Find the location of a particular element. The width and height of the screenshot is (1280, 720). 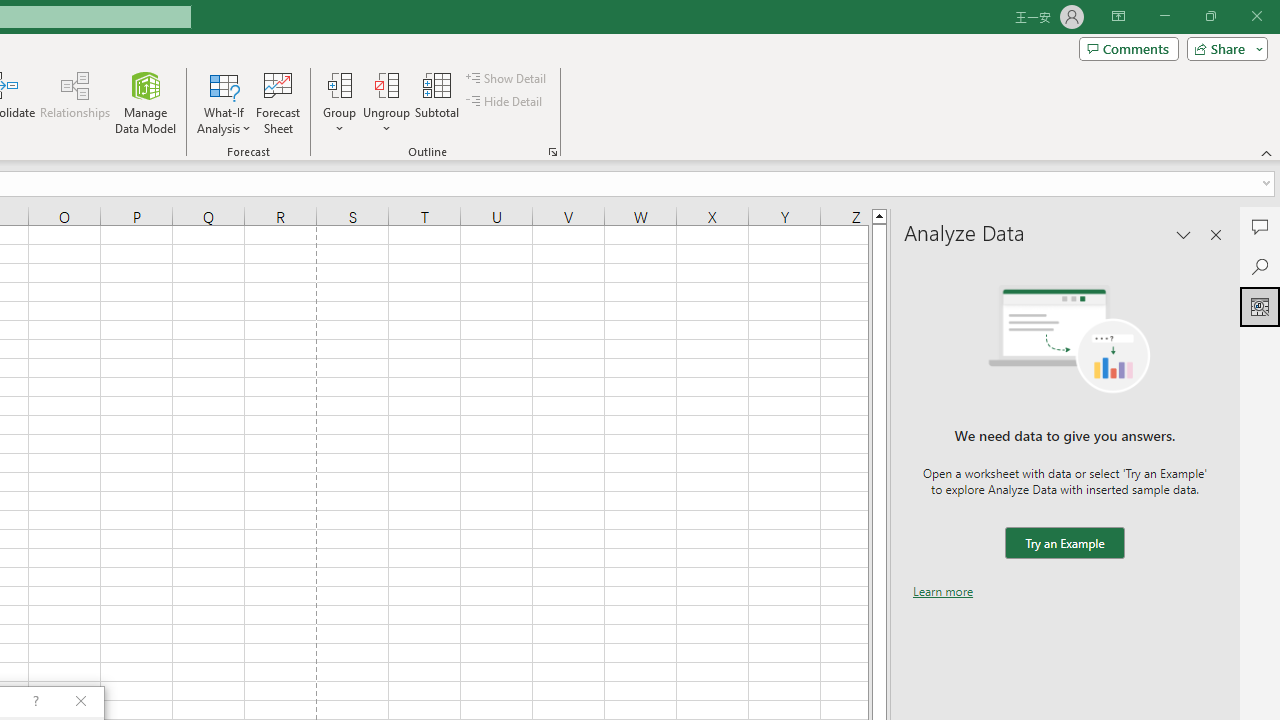

'What-If Analysis' is located at coordinates (224, 103).